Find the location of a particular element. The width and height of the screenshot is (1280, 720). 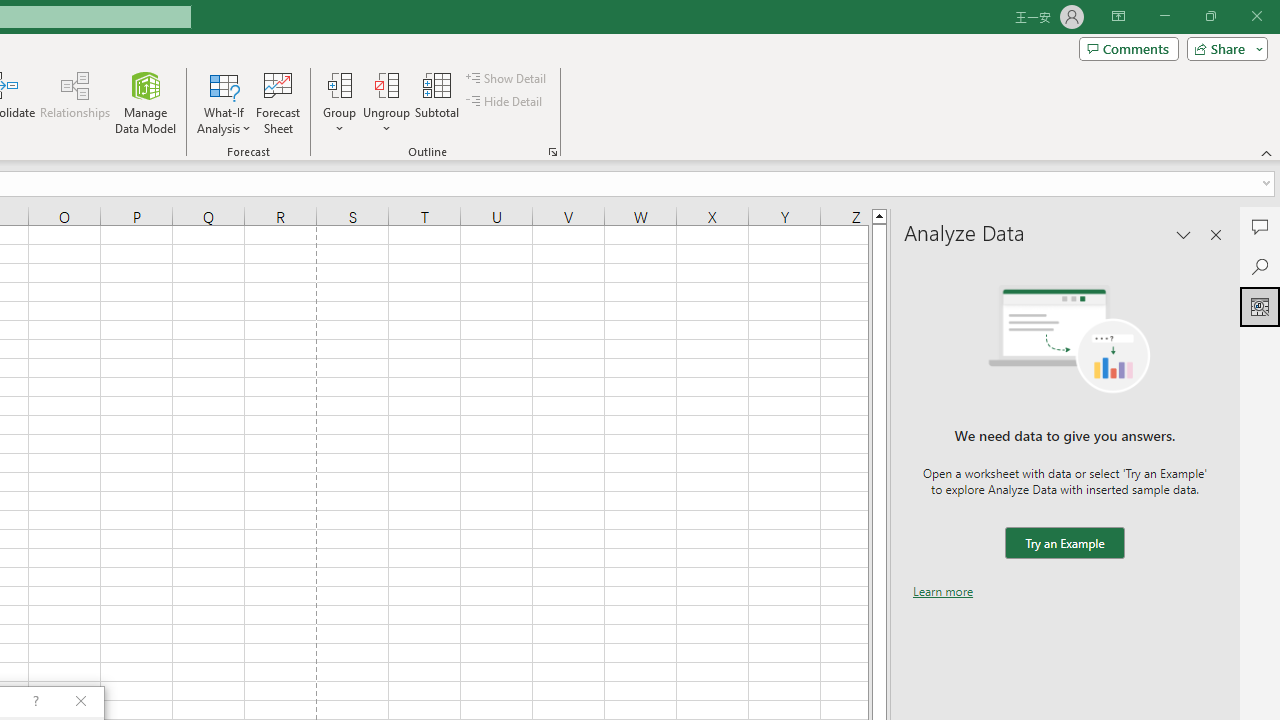

'What-If Analysis' is located at coordinates (224, 103).